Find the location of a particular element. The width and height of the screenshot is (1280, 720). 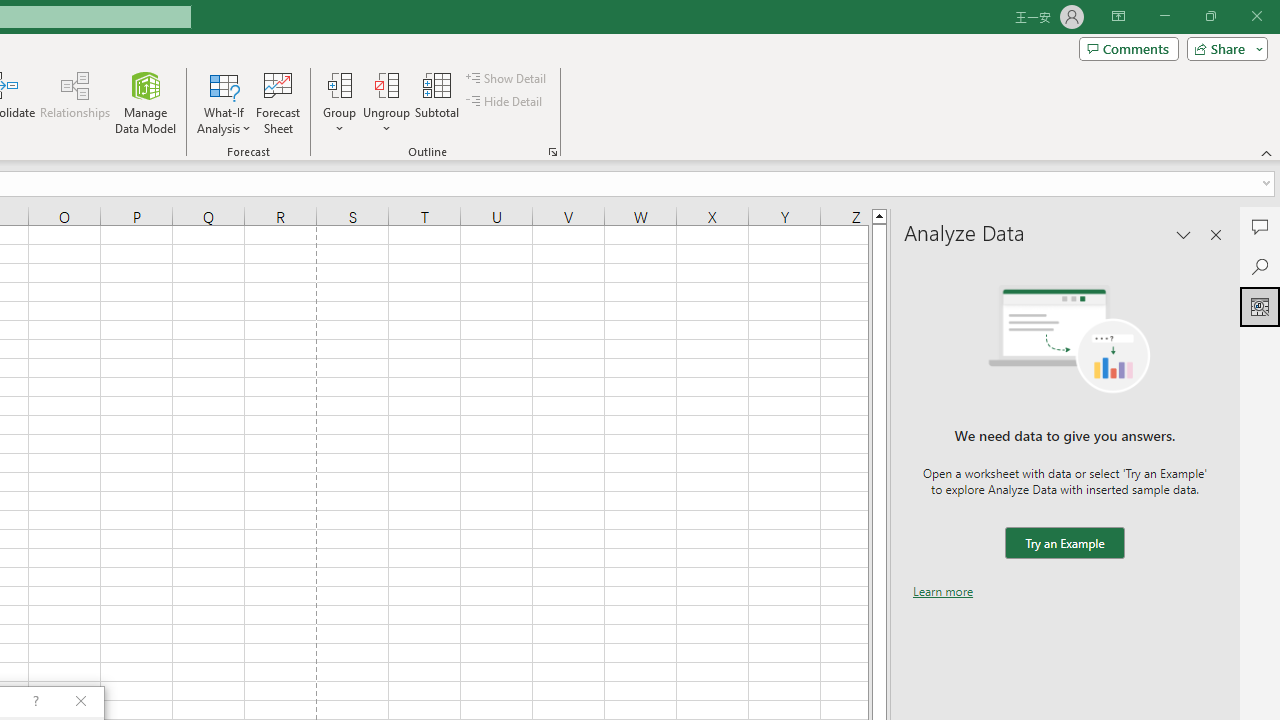

'What-If Analysis' is located at coordinates (224, 103).